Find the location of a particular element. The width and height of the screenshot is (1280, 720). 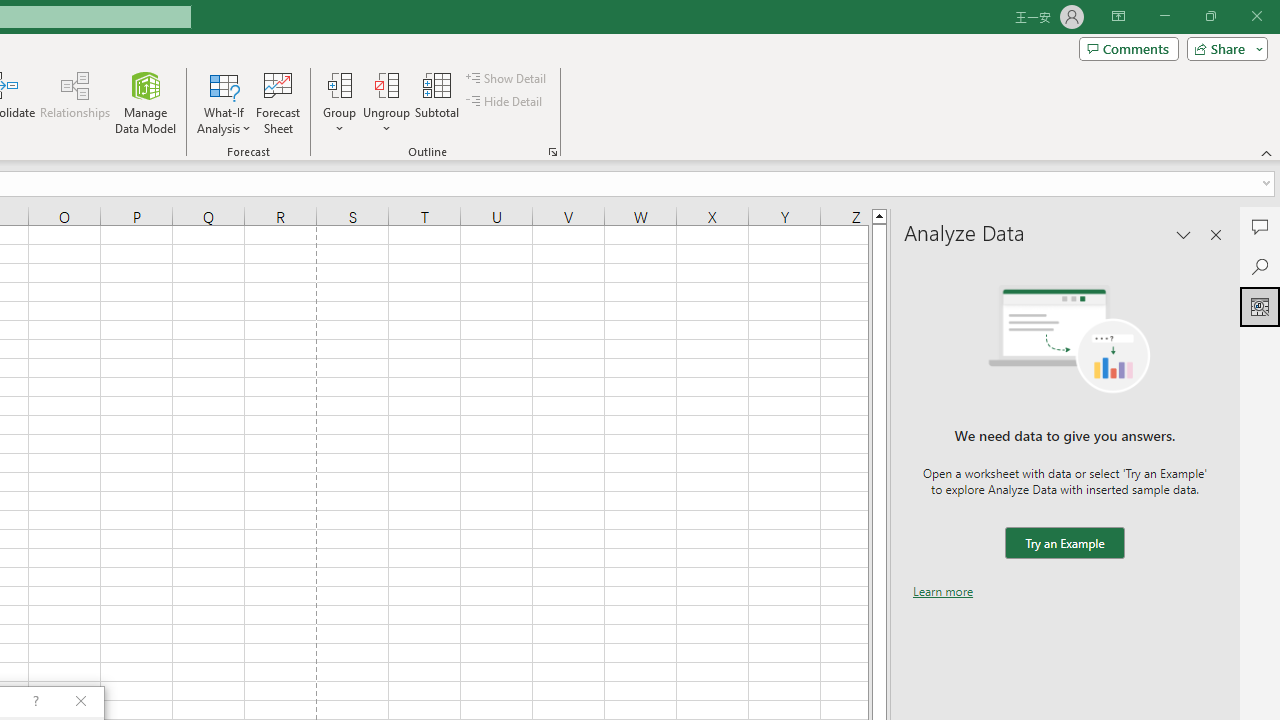

'What-If Analysis' is located at coordinates (224, 103).